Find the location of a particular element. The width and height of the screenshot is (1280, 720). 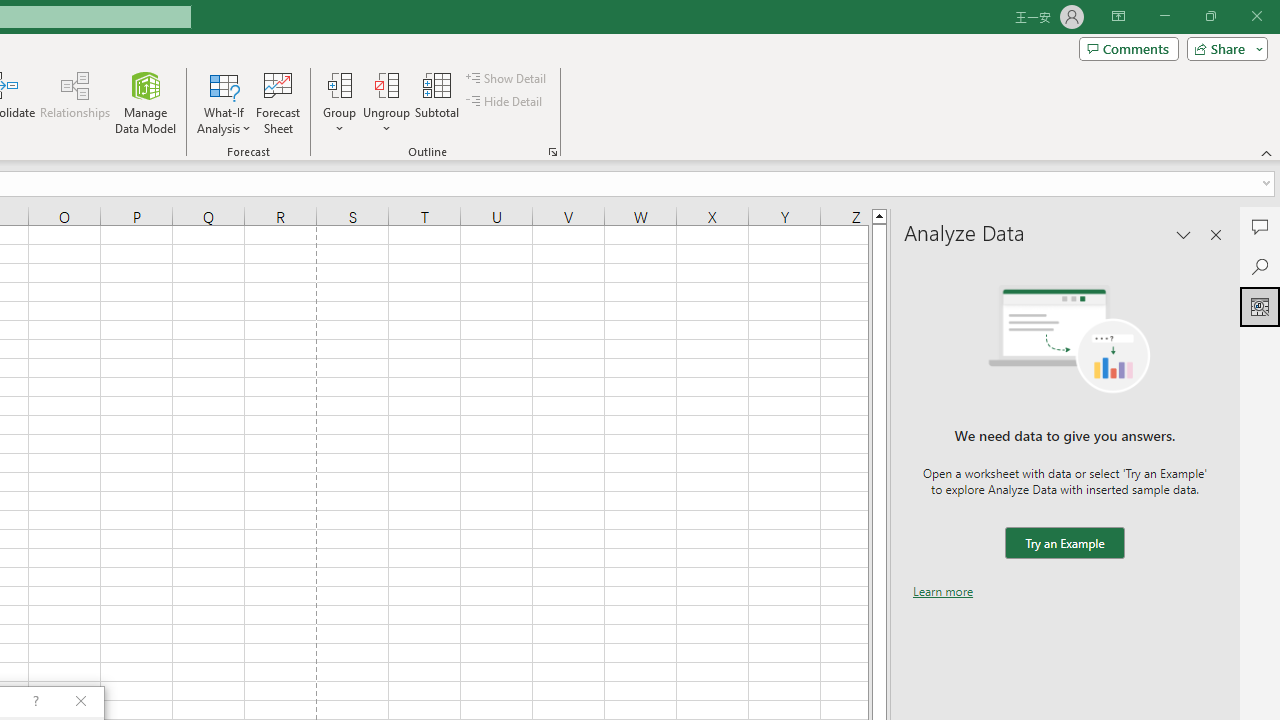

'What-If Analysis' is located at coordinates (224, 103).